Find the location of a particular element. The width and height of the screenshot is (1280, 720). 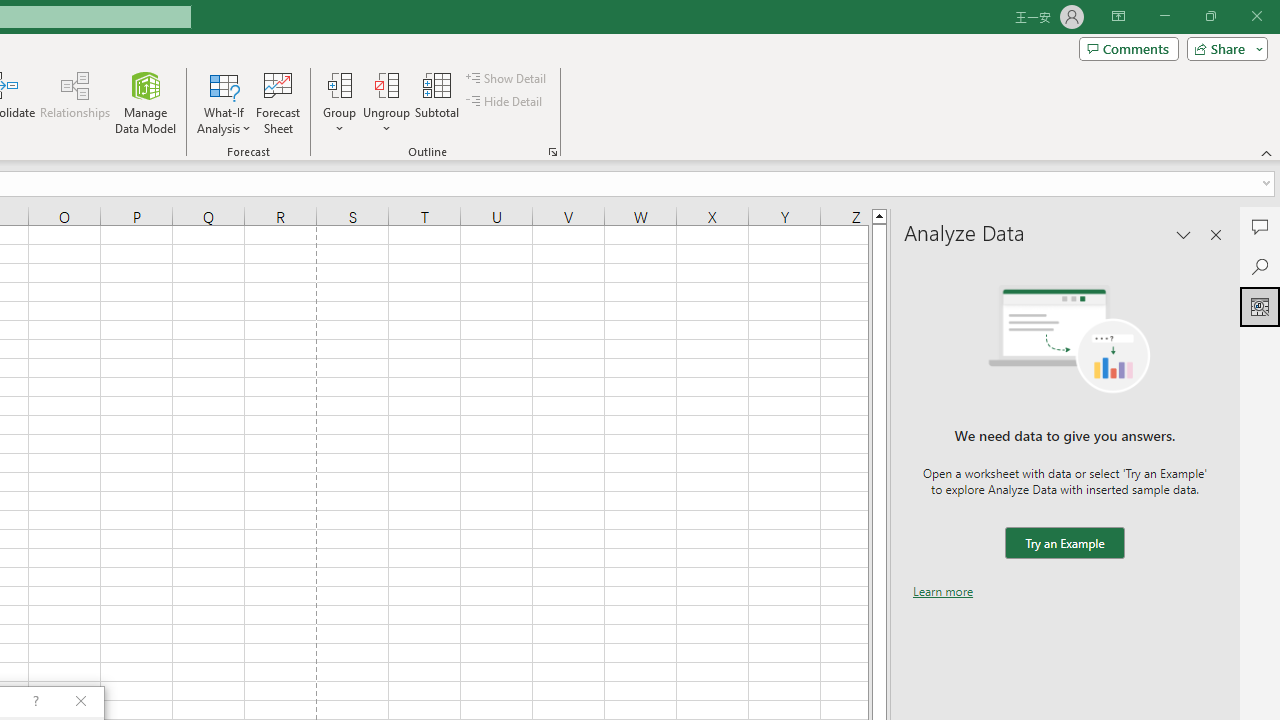

'What-If Analysis' is located at coordinates (224, 103).